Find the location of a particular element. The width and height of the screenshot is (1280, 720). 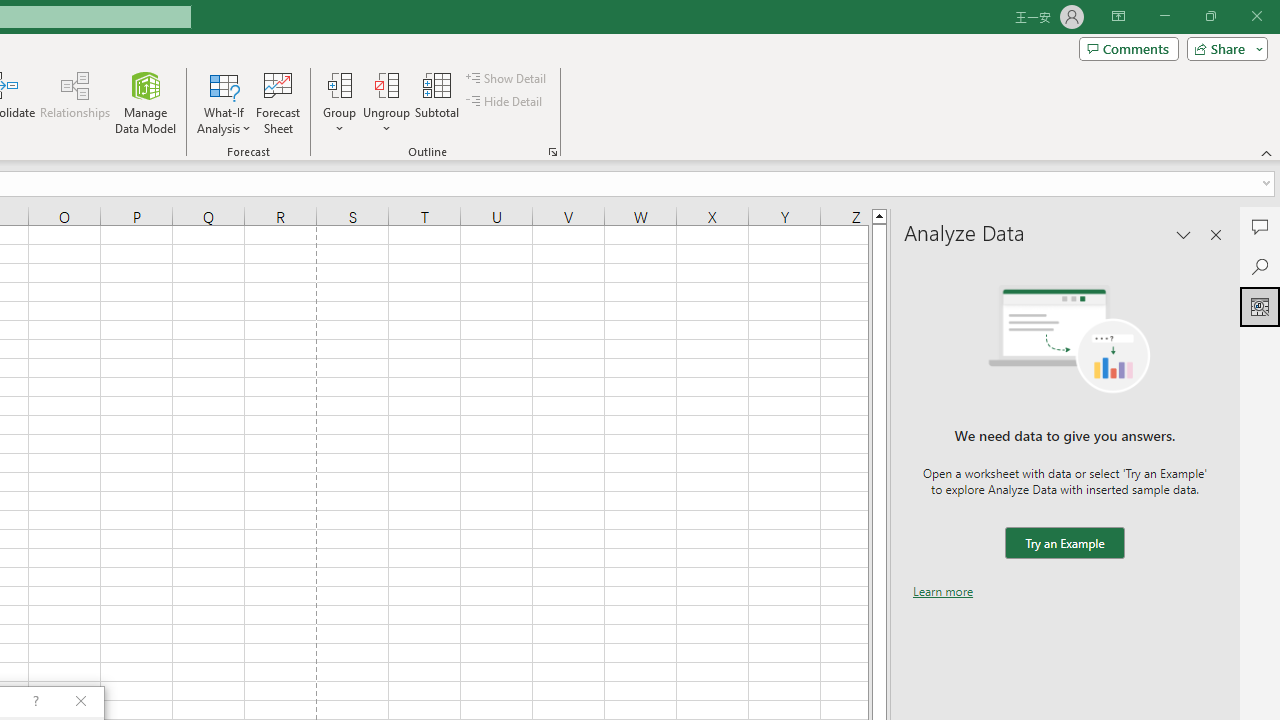

'What-If Analysis' is located at coordinates (224, 103).